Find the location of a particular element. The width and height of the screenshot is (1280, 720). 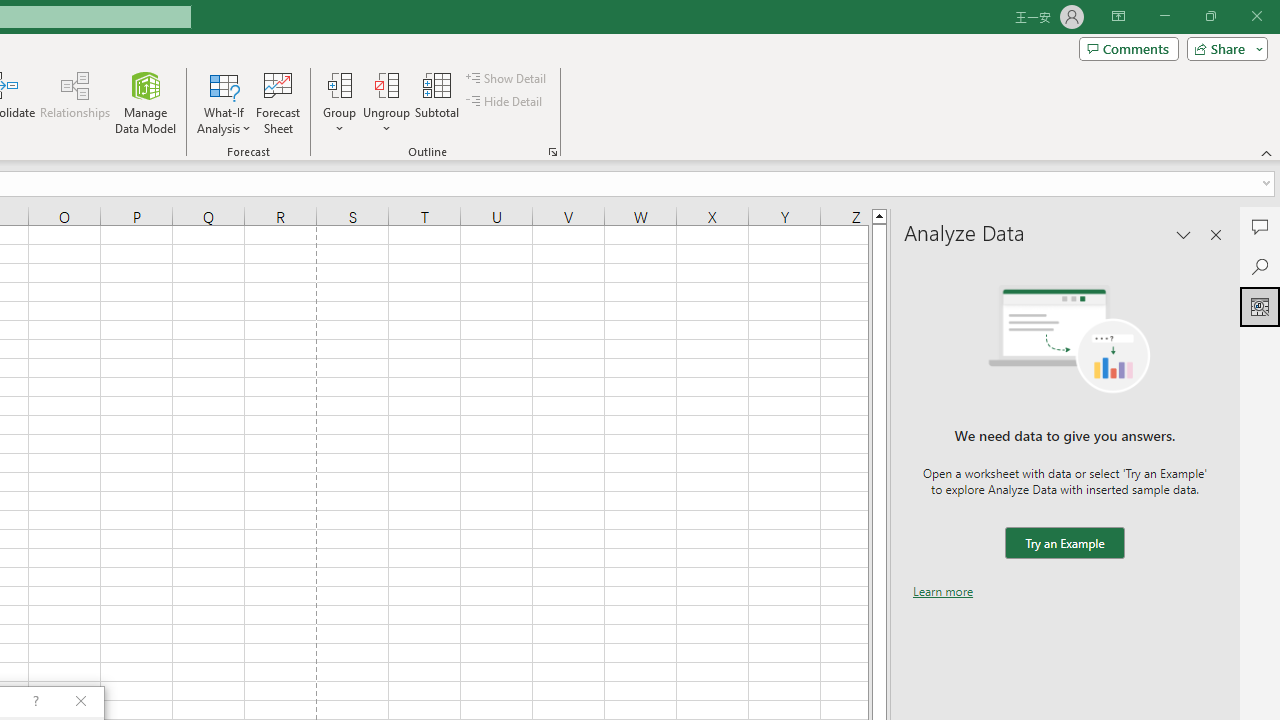

'What-If Analysis' is located at coordinates (224, 103).